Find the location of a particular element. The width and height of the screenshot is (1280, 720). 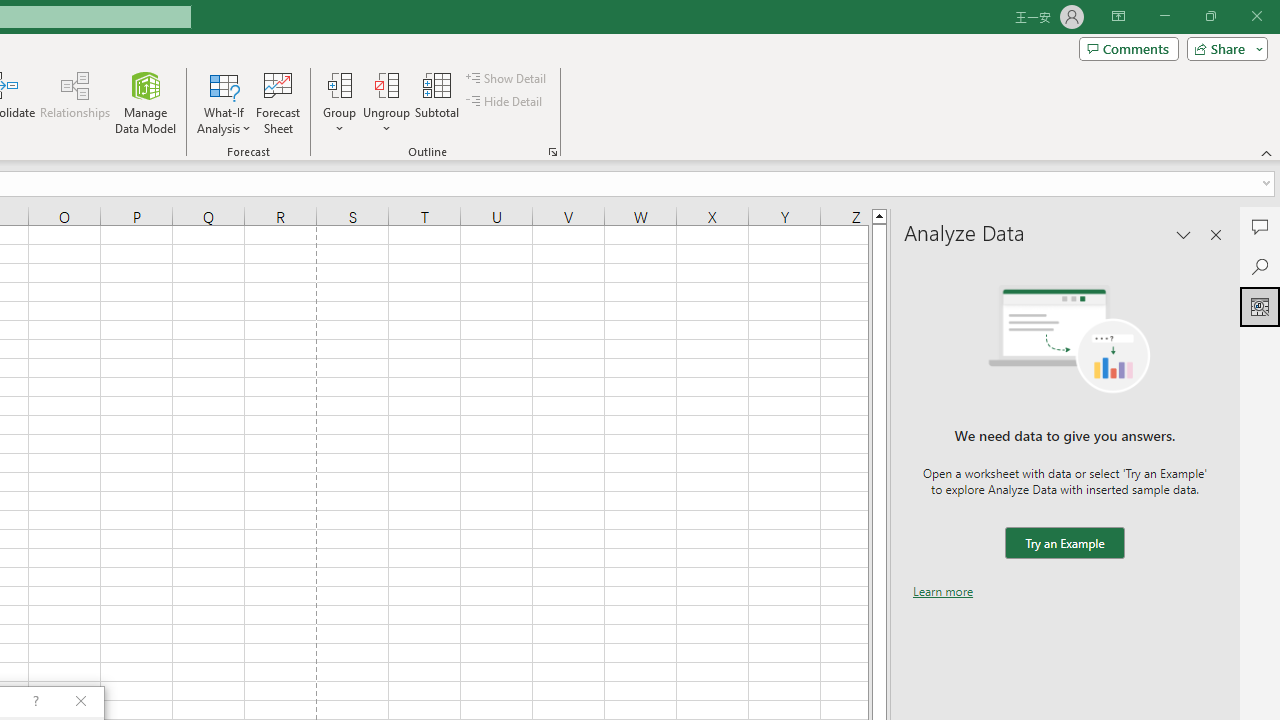

'What-If Analysis' is located at coordinates (224, 103).